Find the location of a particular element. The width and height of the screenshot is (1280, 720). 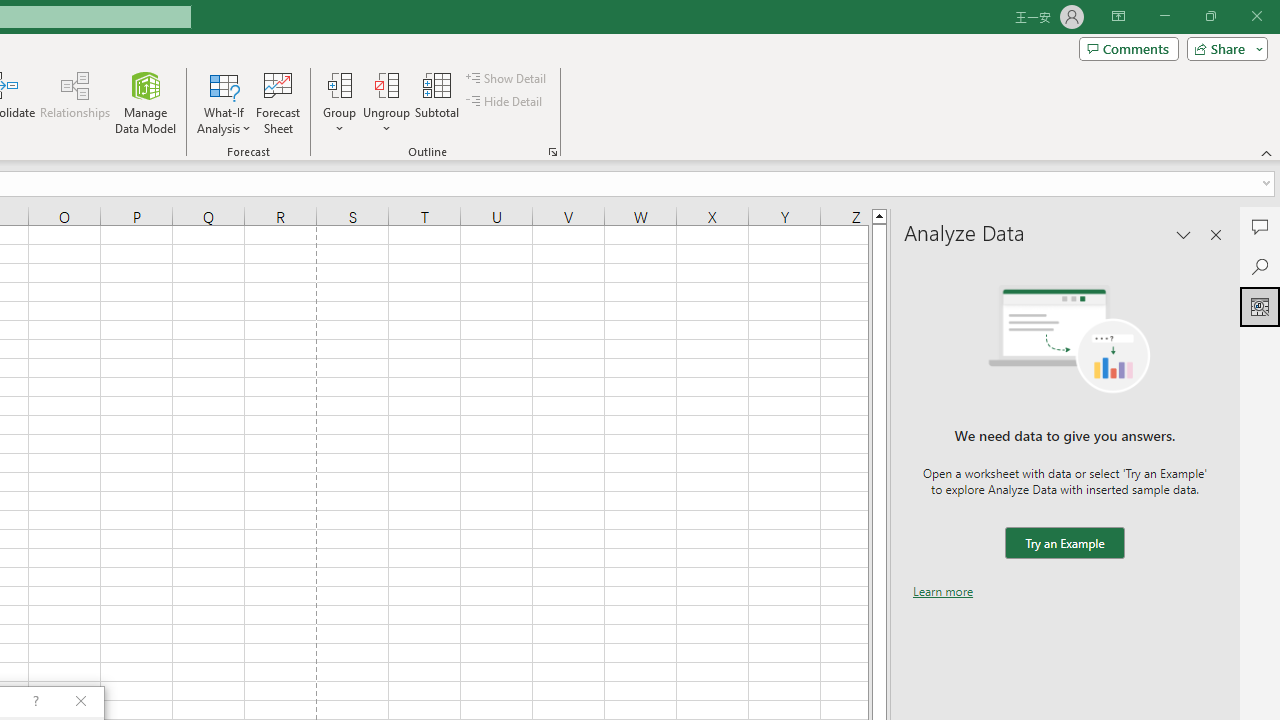

'What-If Analysis' is located at coordinates (224, 103).